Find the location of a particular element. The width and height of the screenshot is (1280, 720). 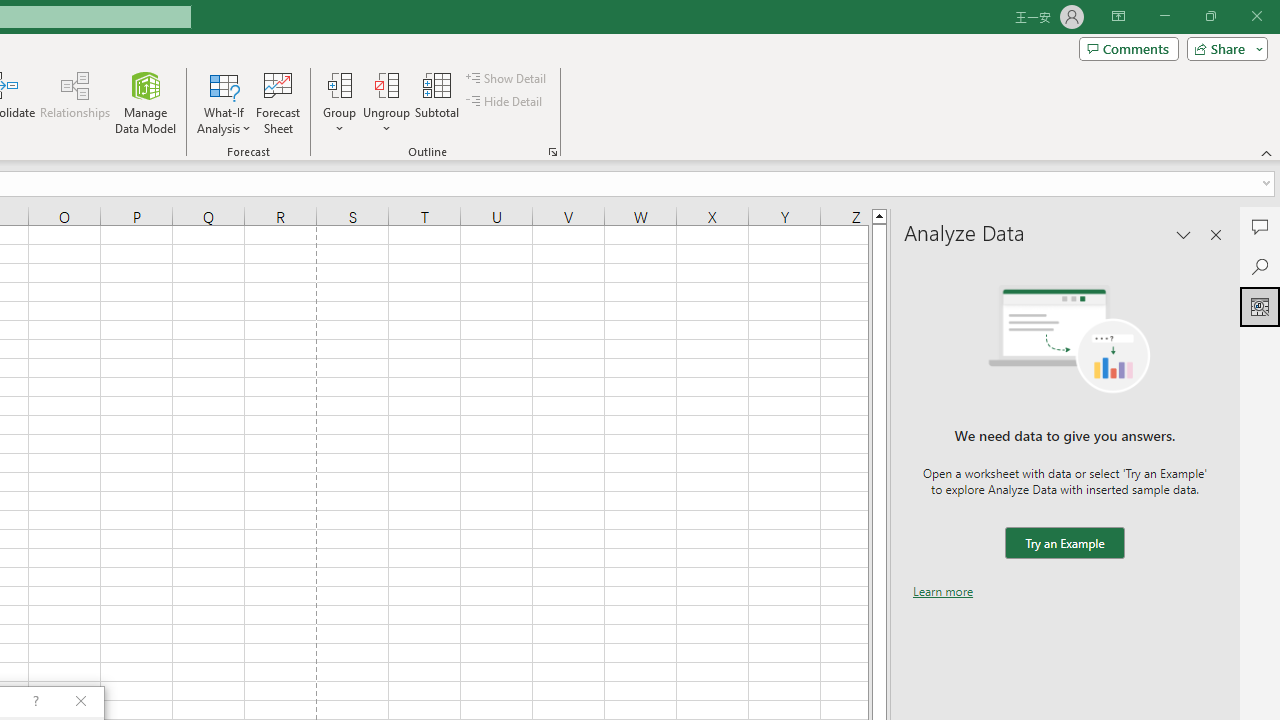

'What-If Analysis' is located at coordinates (224, 103).